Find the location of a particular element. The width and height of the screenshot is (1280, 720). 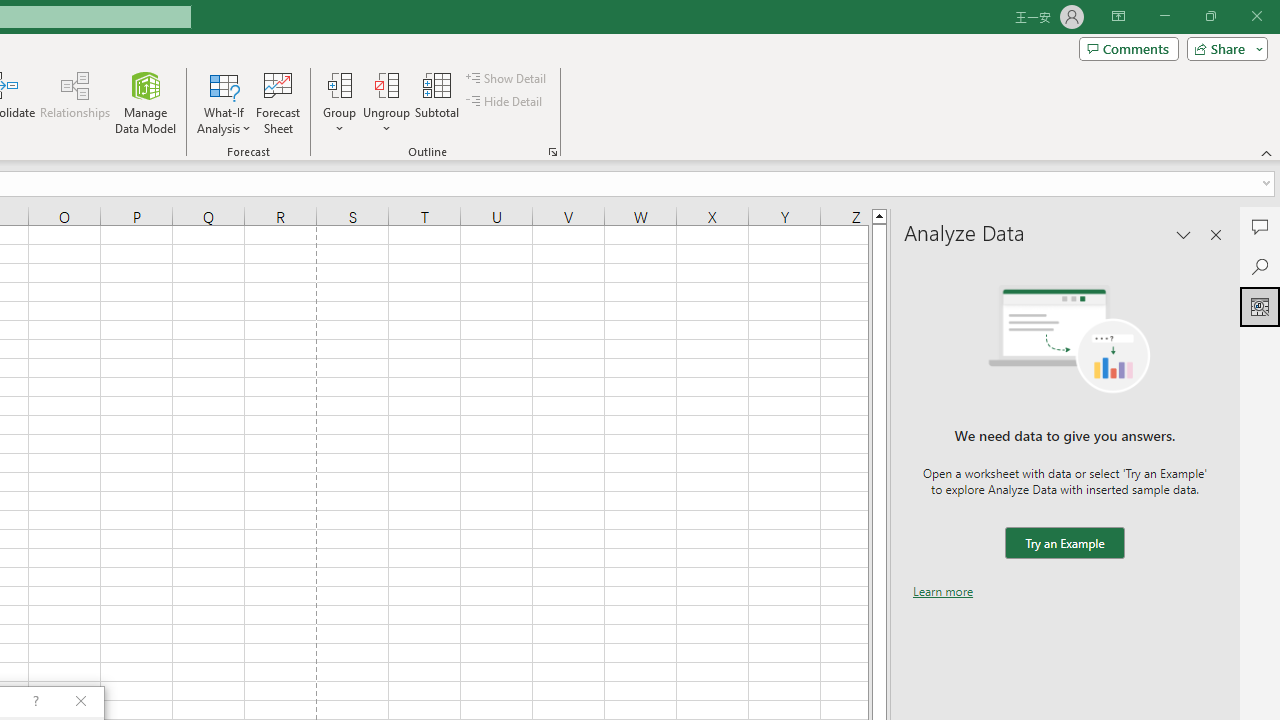

'What-If Analysis' is located at coordinates (224, 103).